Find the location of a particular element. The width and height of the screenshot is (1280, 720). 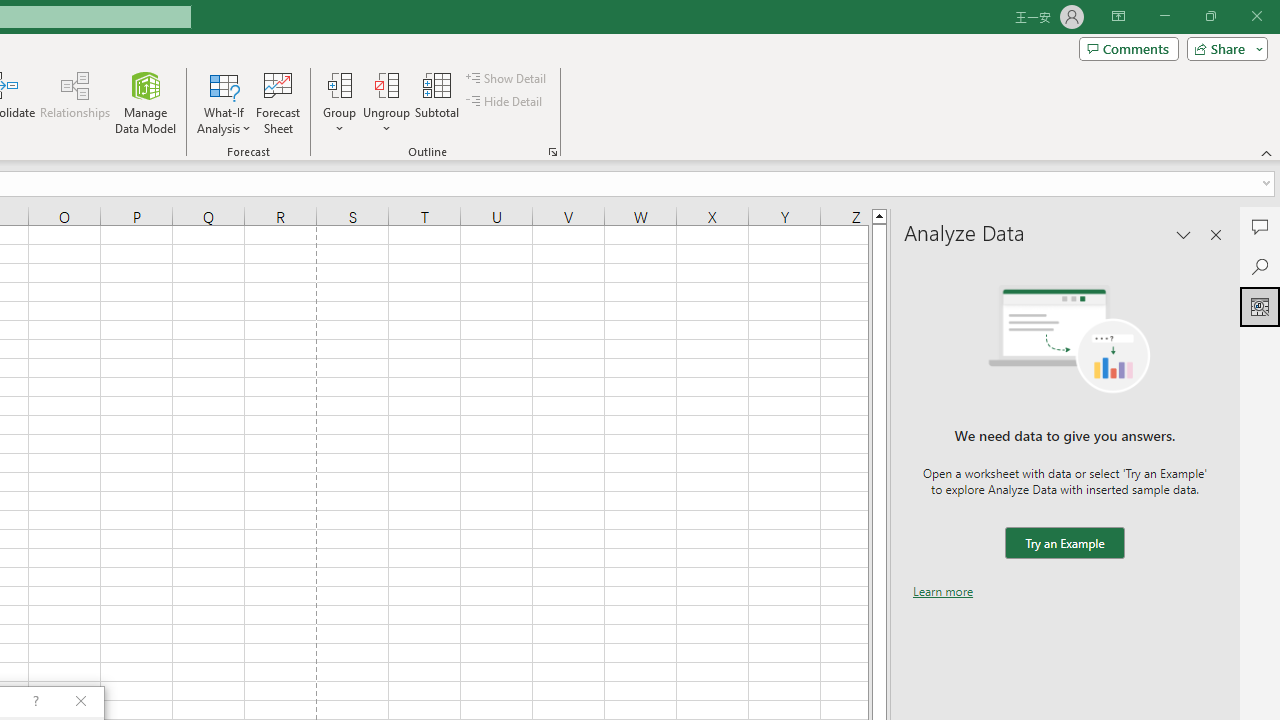

'What-If Analysis' is located at coordinates (224, 103).